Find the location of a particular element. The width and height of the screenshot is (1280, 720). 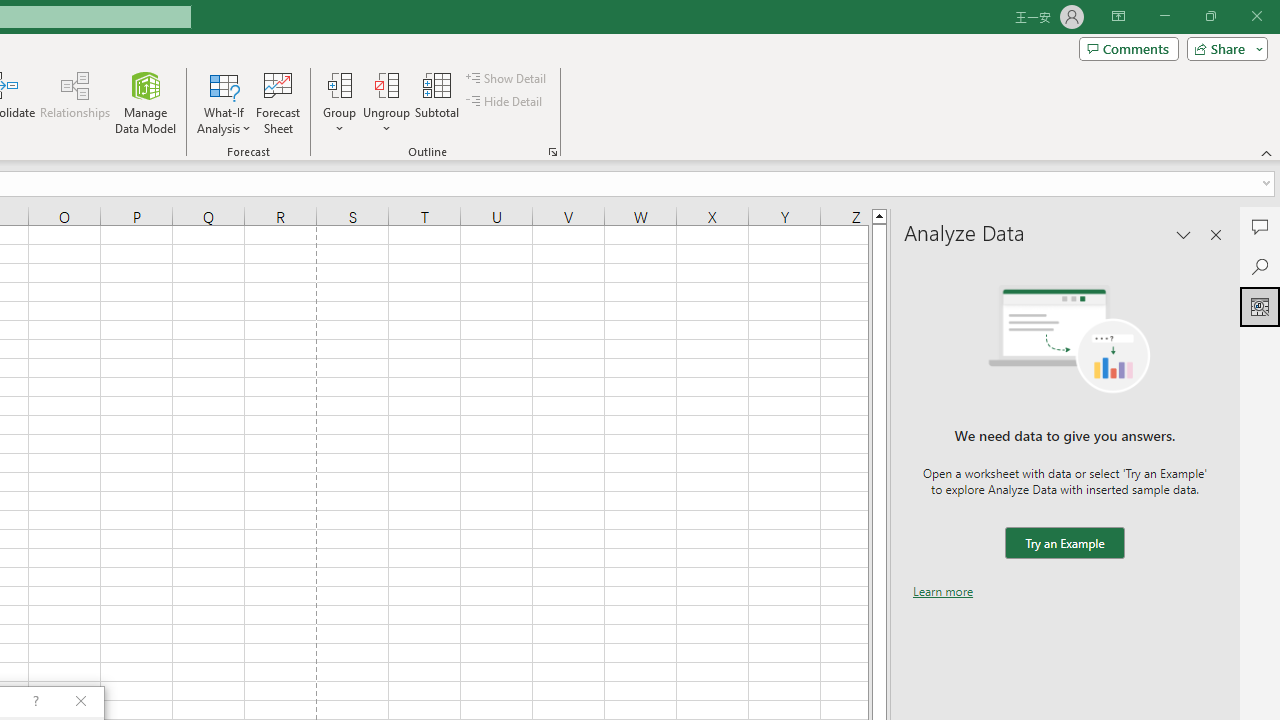

'What-If Analysis' is located at coordinates (224, 103).